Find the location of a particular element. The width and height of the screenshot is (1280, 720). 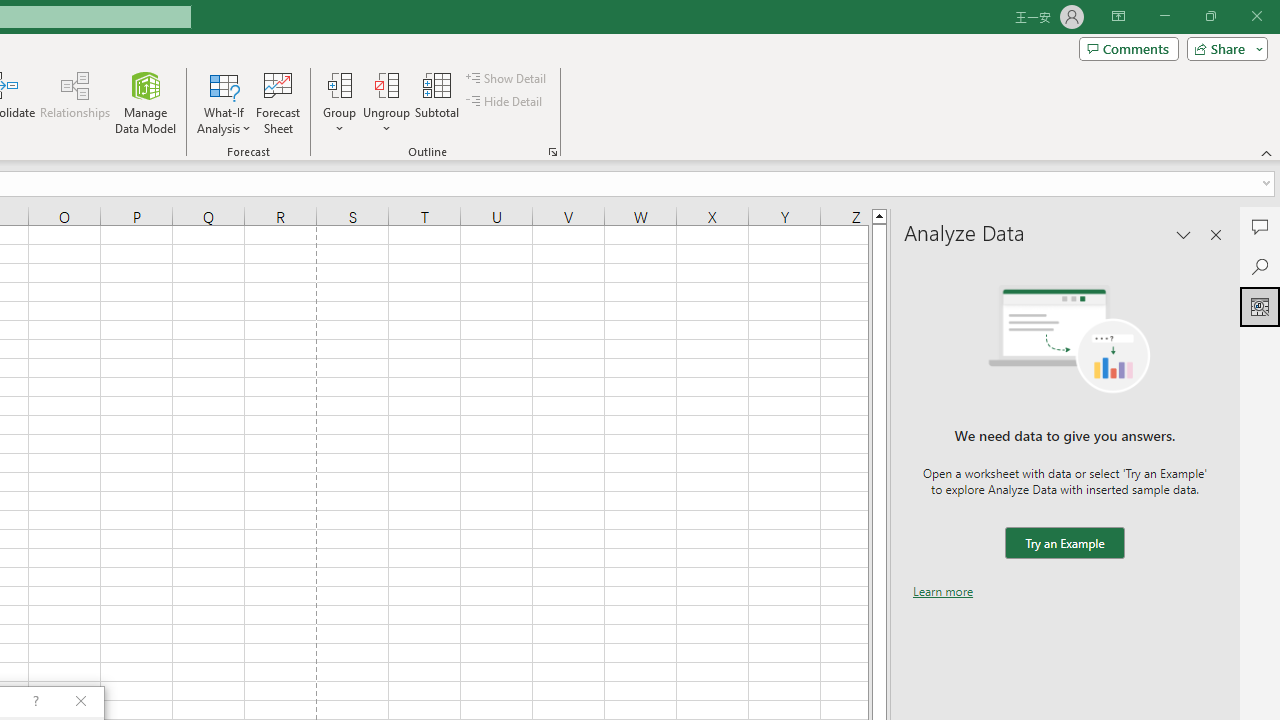

'What-If Analysis' is located at coordinates (224, 103).